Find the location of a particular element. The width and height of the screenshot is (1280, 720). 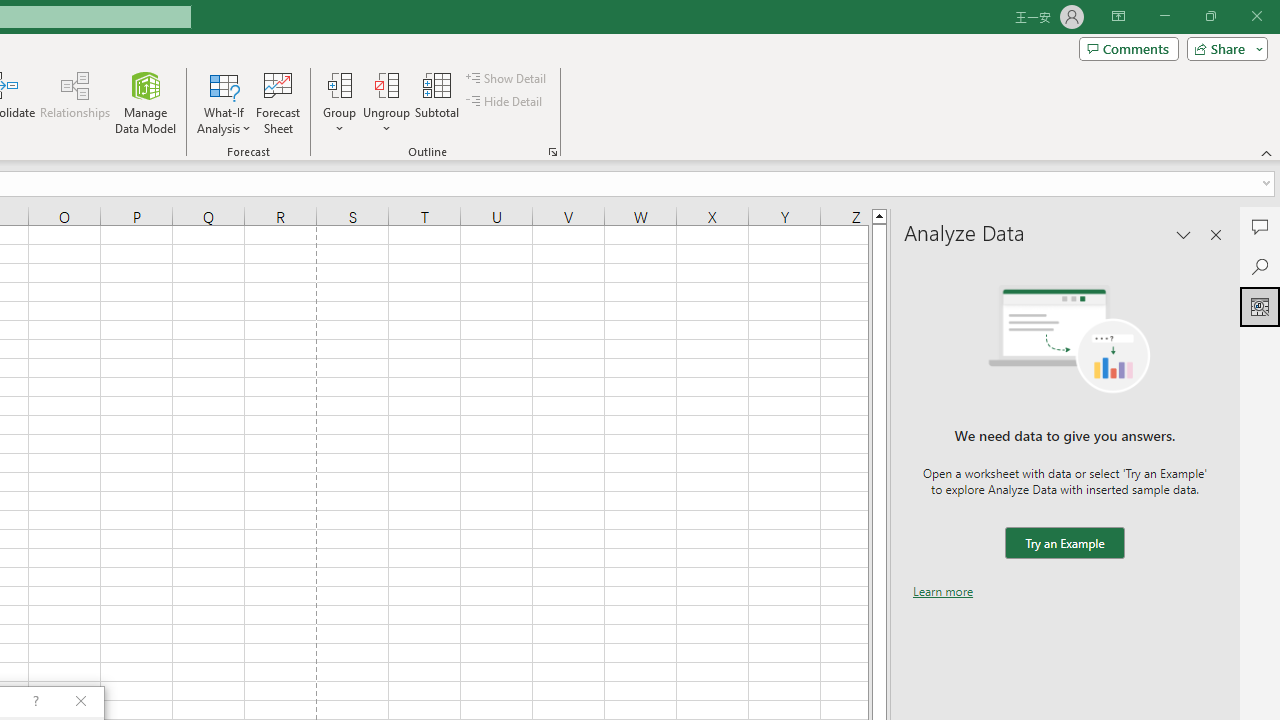

'What-If Analysis' is located at coordinates (224, 103).